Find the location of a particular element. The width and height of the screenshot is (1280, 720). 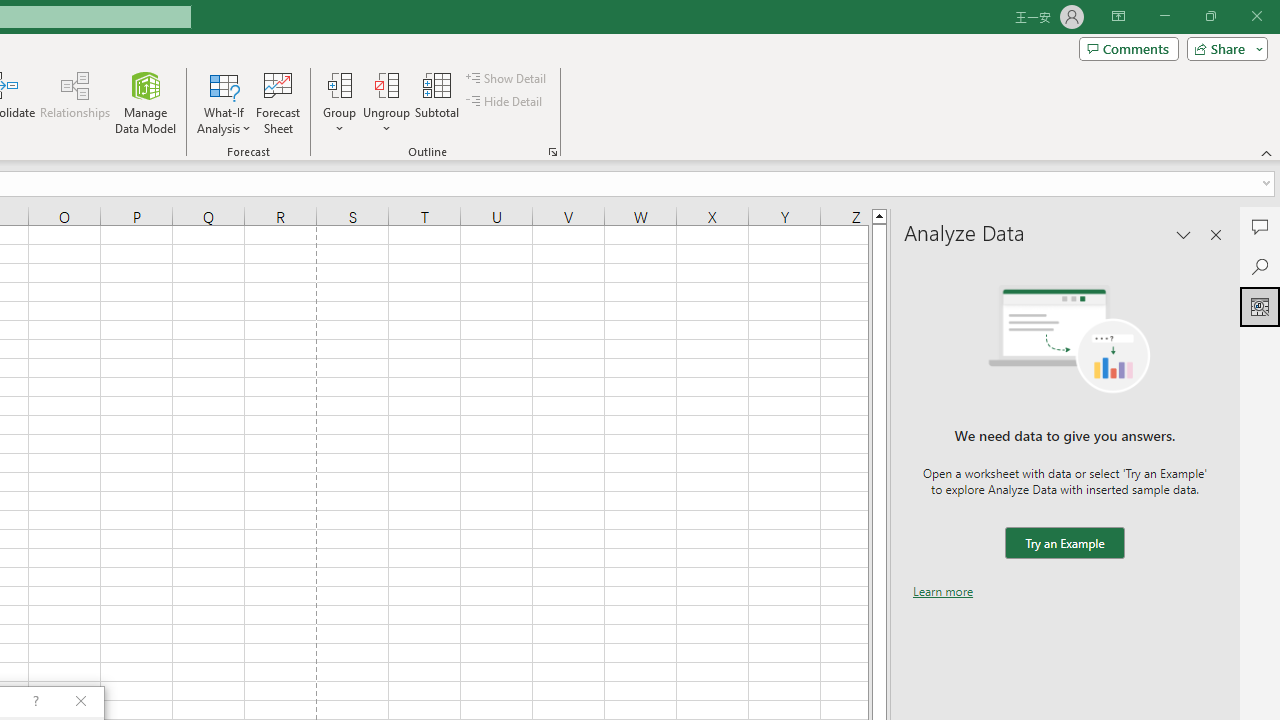

'What-If Analysis' is located at coordinates (224, 103).